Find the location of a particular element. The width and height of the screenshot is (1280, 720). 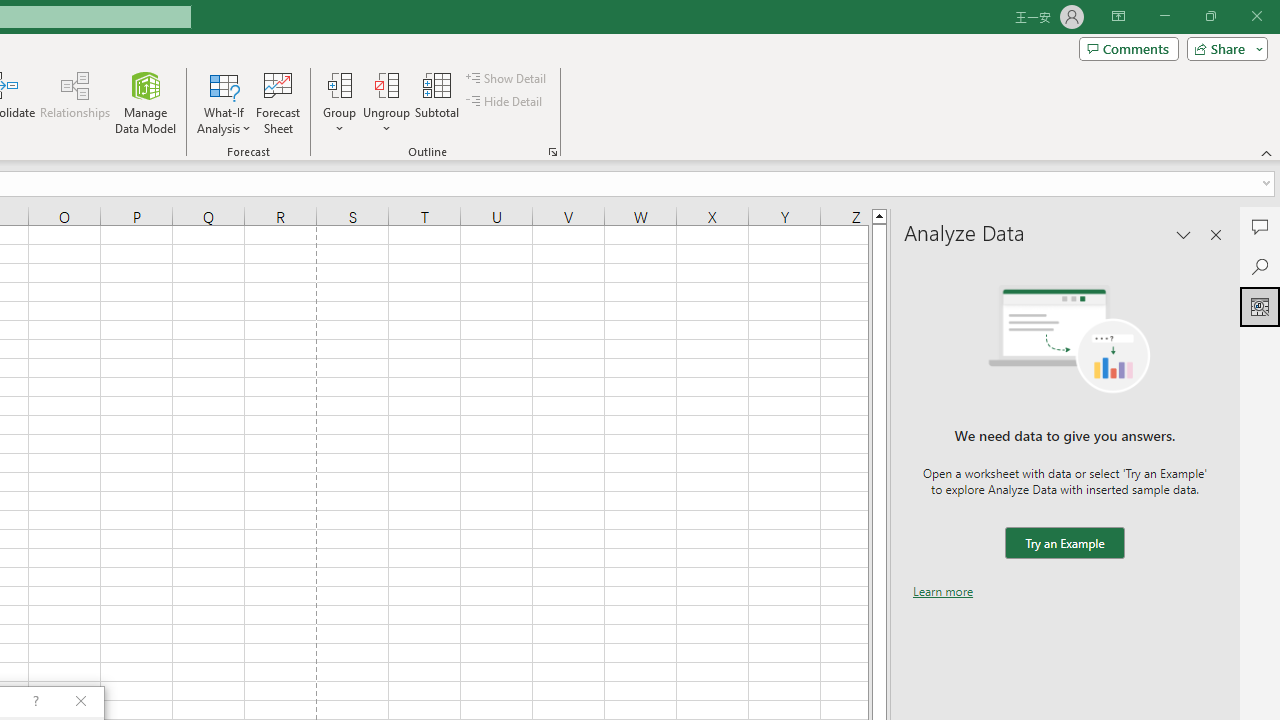

'What-If Analysis' is located at coordinates (224, 103).